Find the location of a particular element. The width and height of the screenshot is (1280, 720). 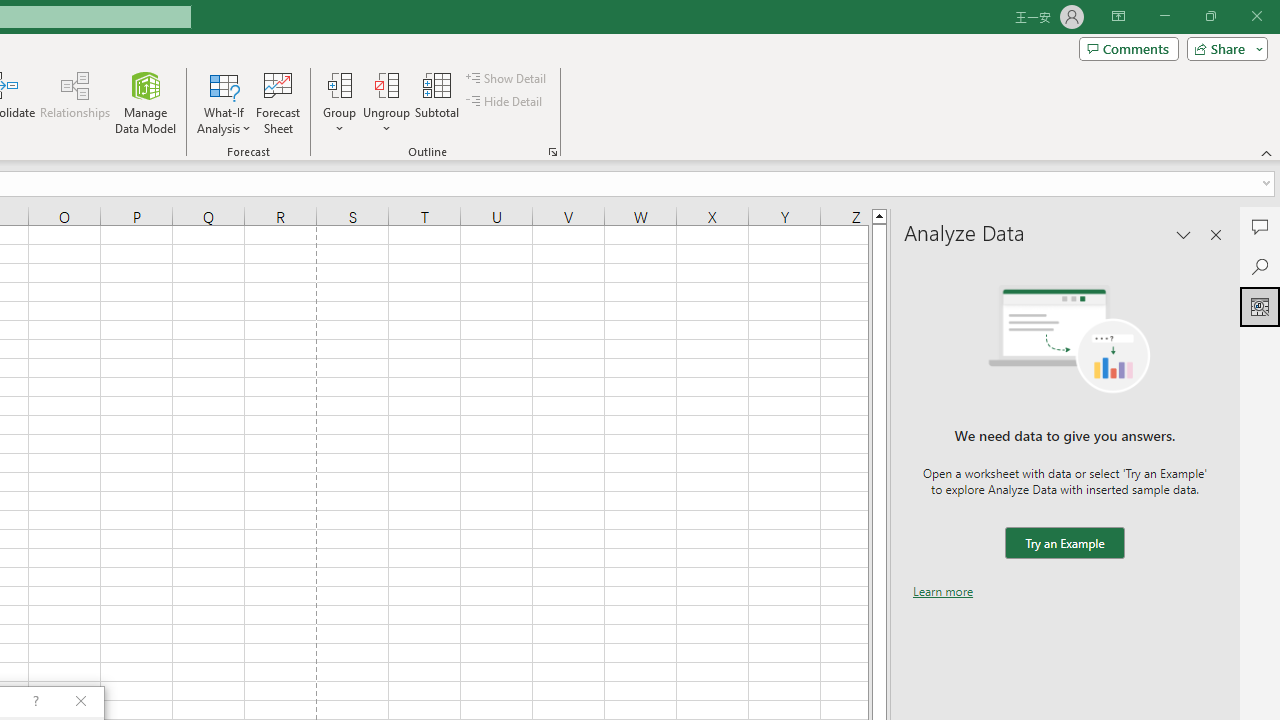

'What-If Analysis' is located at coordinates (224, 103).